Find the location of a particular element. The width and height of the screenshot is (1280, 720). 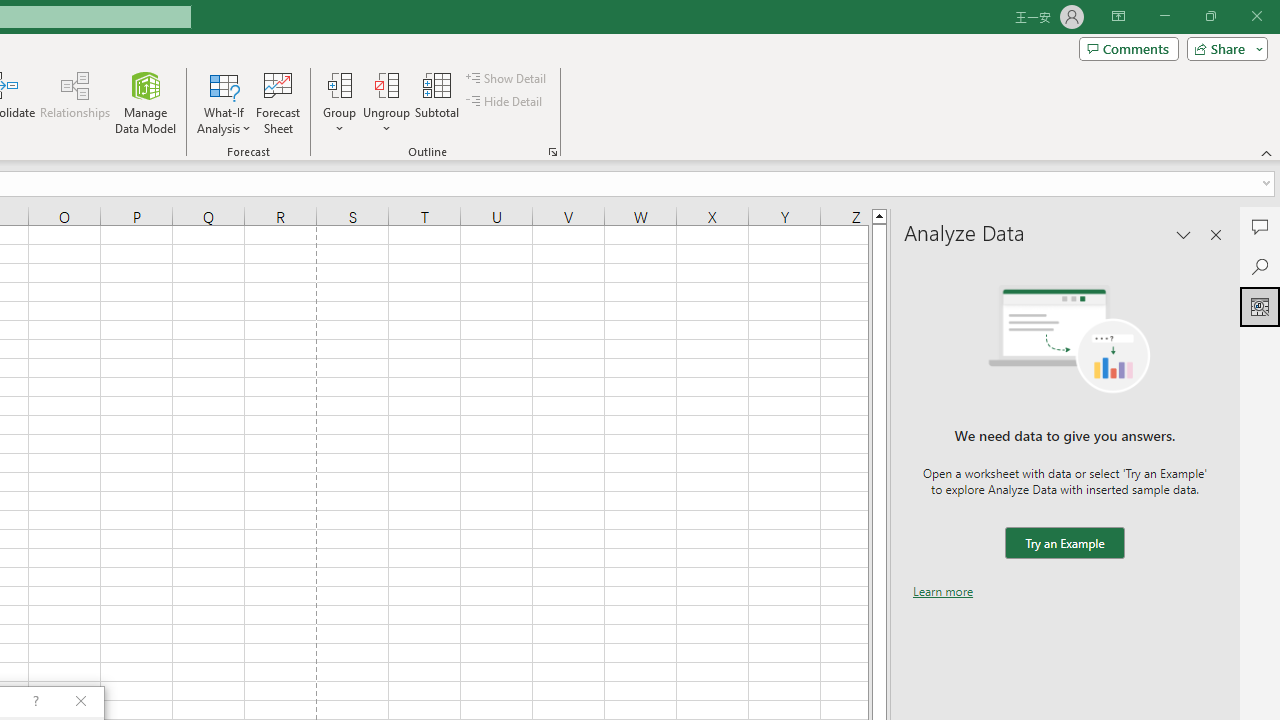

'What-If Analysis' is located at coordinates (224, 103).